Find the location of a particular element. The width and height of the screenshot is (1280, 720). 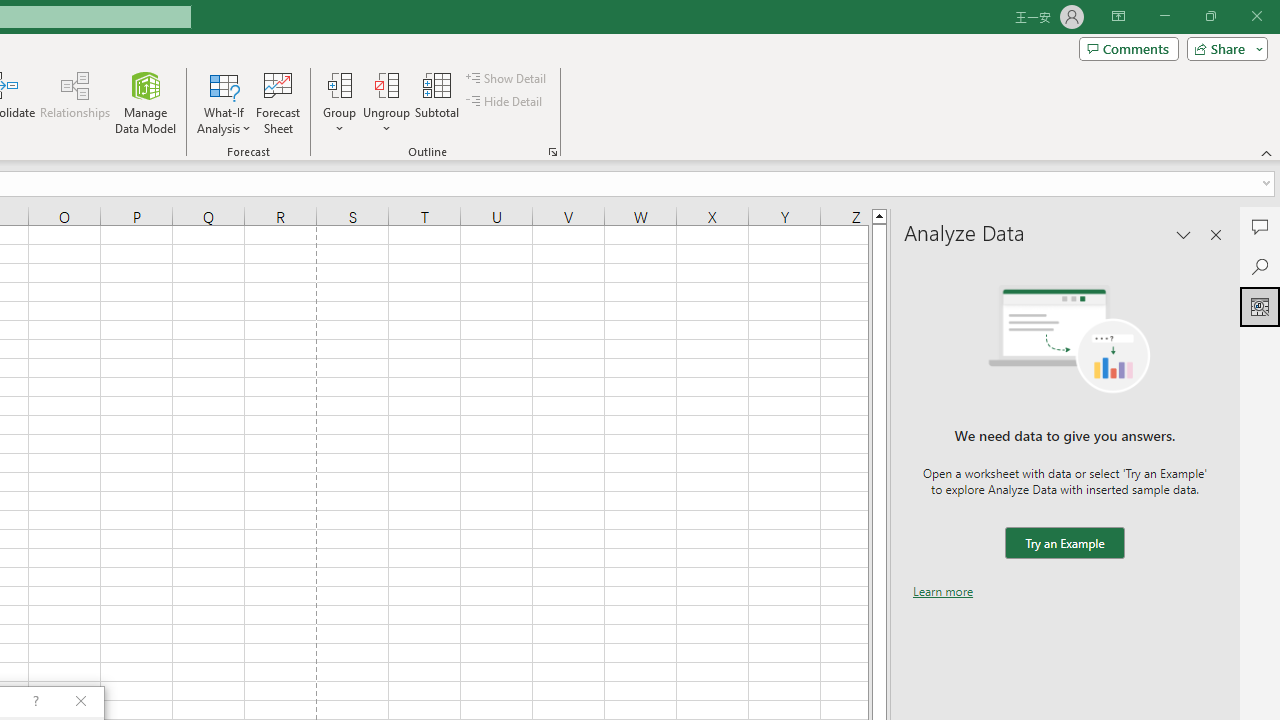

'What-If Analysis' is located at coordinates (224, 103).